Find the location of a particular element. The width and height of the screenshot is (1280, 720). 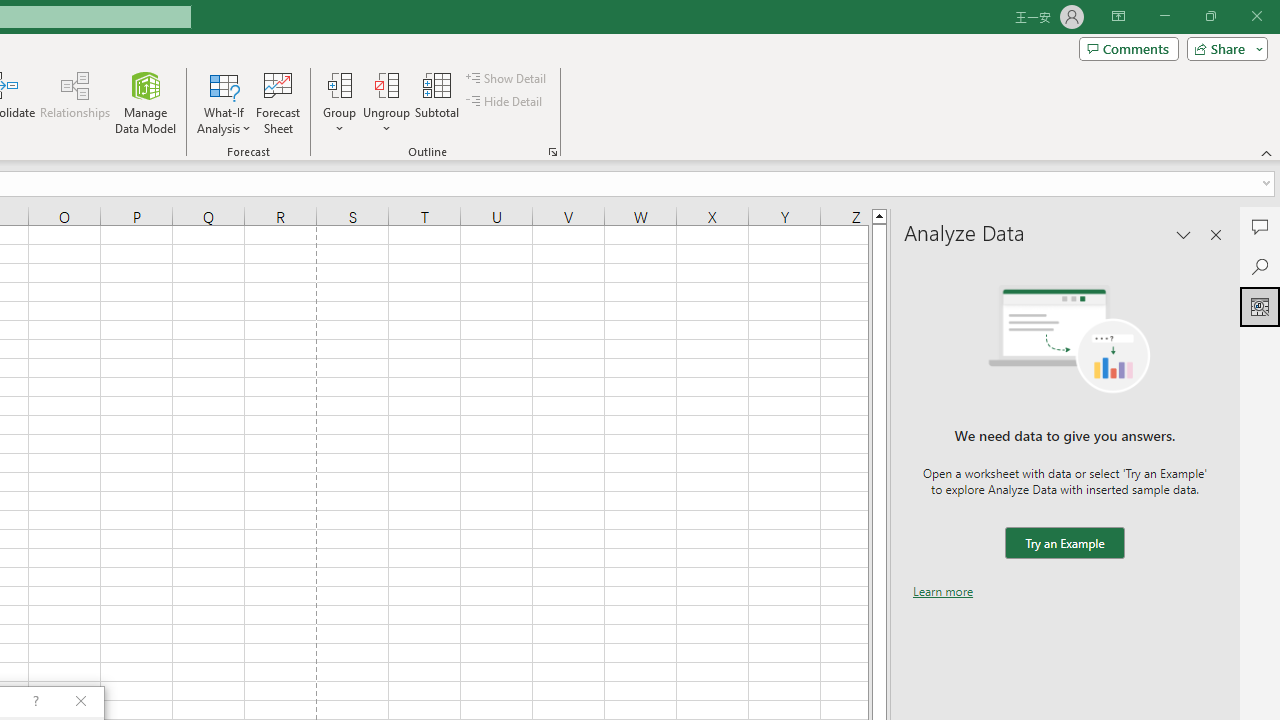

'What-If Analysis' is located at coordinates (224, 103).